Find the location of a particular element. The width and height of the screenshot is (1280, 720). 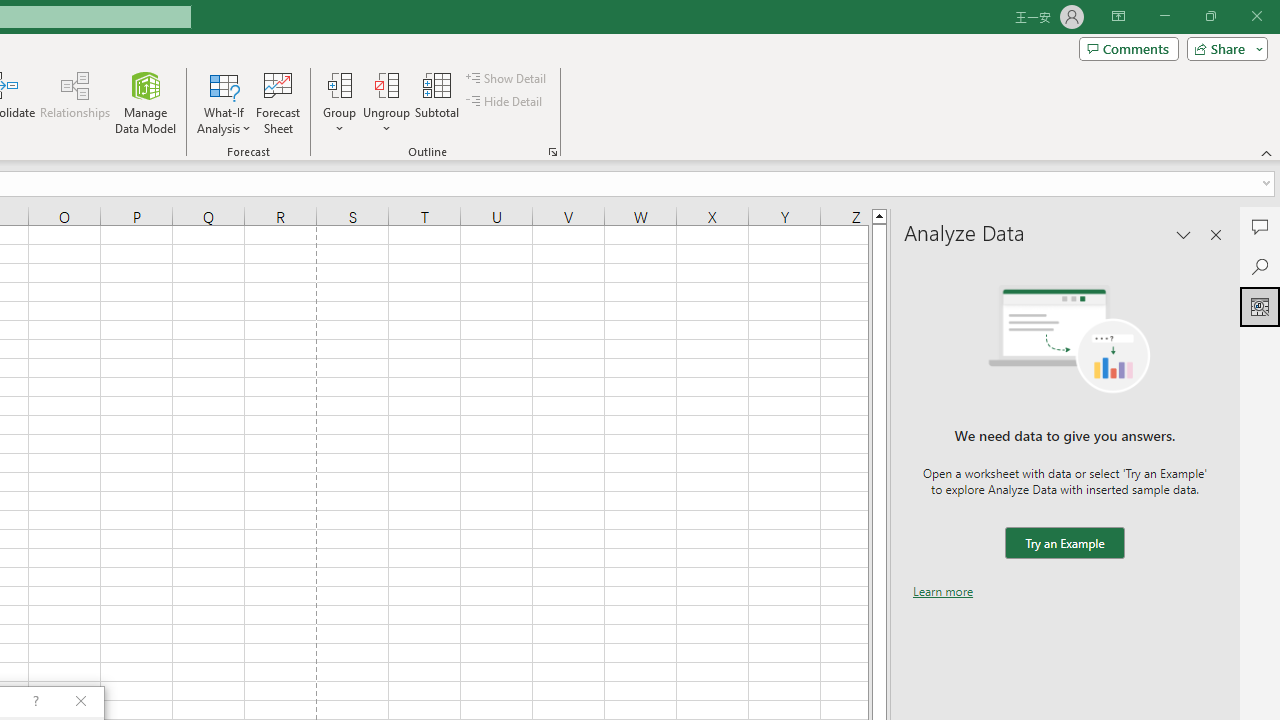

'What-If Analysis' is located at coordinates (224, 103).